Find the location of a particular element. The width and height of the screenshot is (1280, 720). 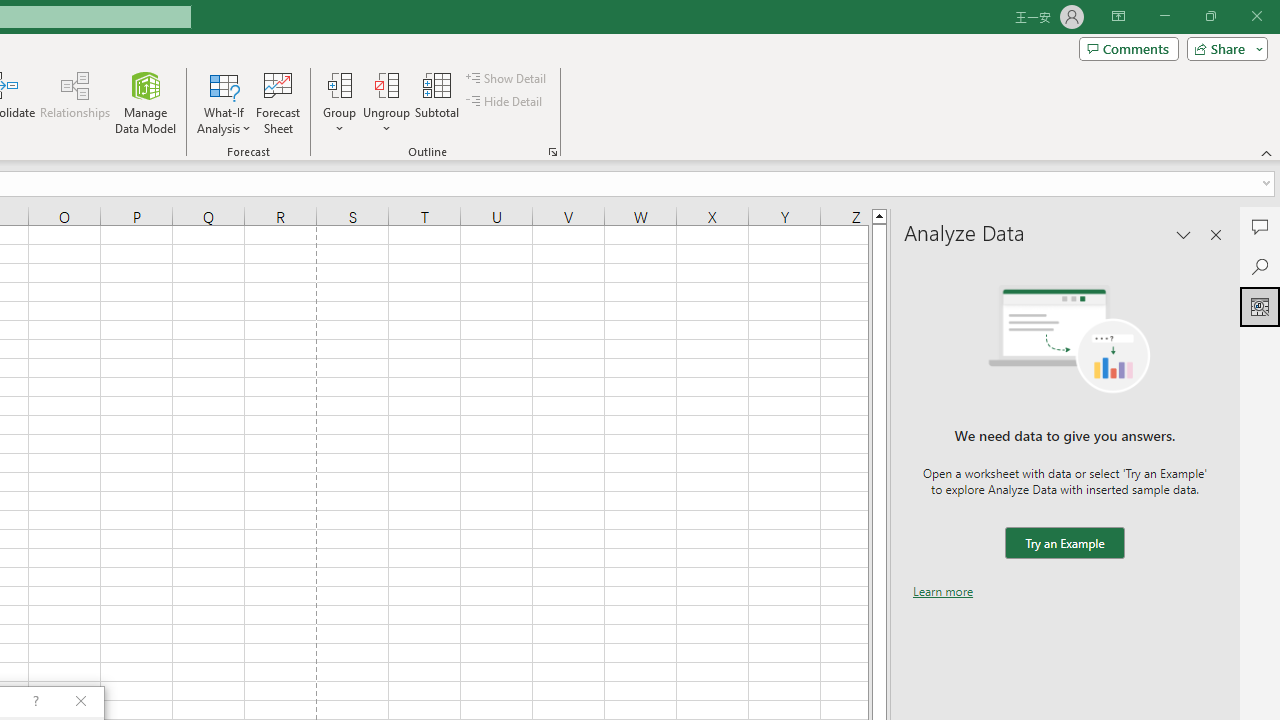

'What-If Analysis' is located at coordinates (224, 103).